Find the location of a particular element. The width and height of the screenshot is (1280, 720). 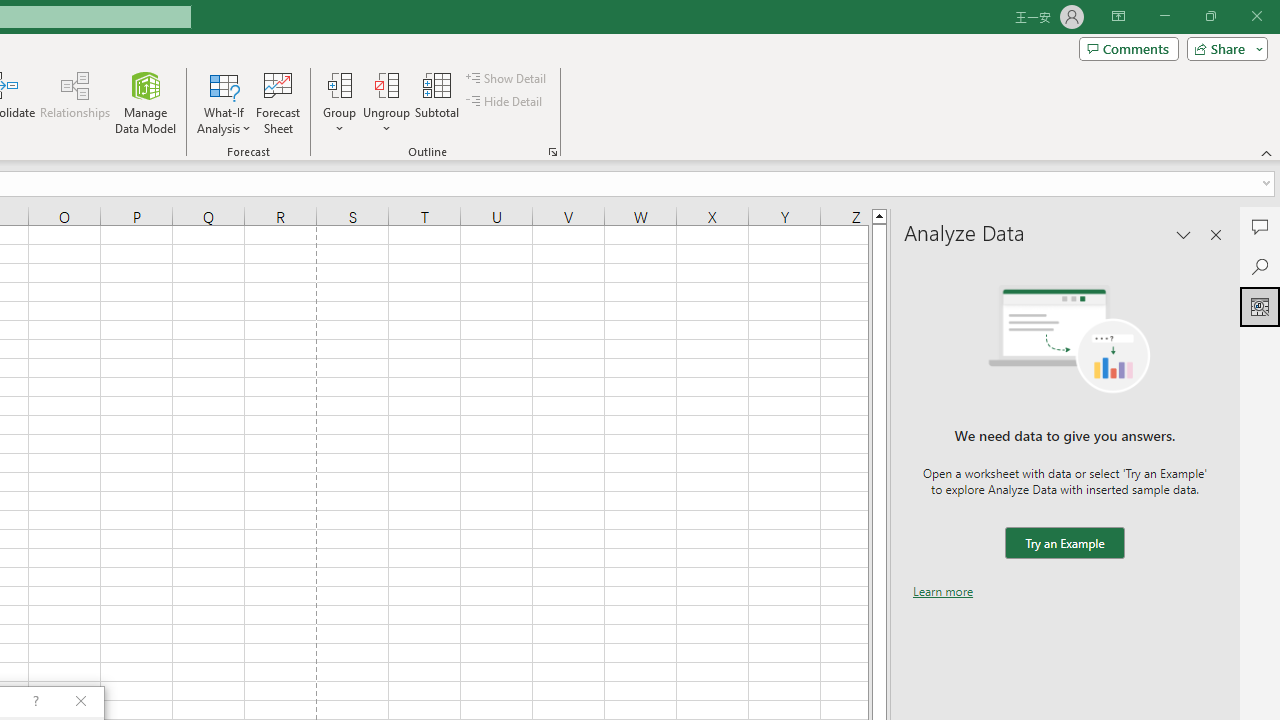

'What-If Analysis' is located at coordinates (224, 103).